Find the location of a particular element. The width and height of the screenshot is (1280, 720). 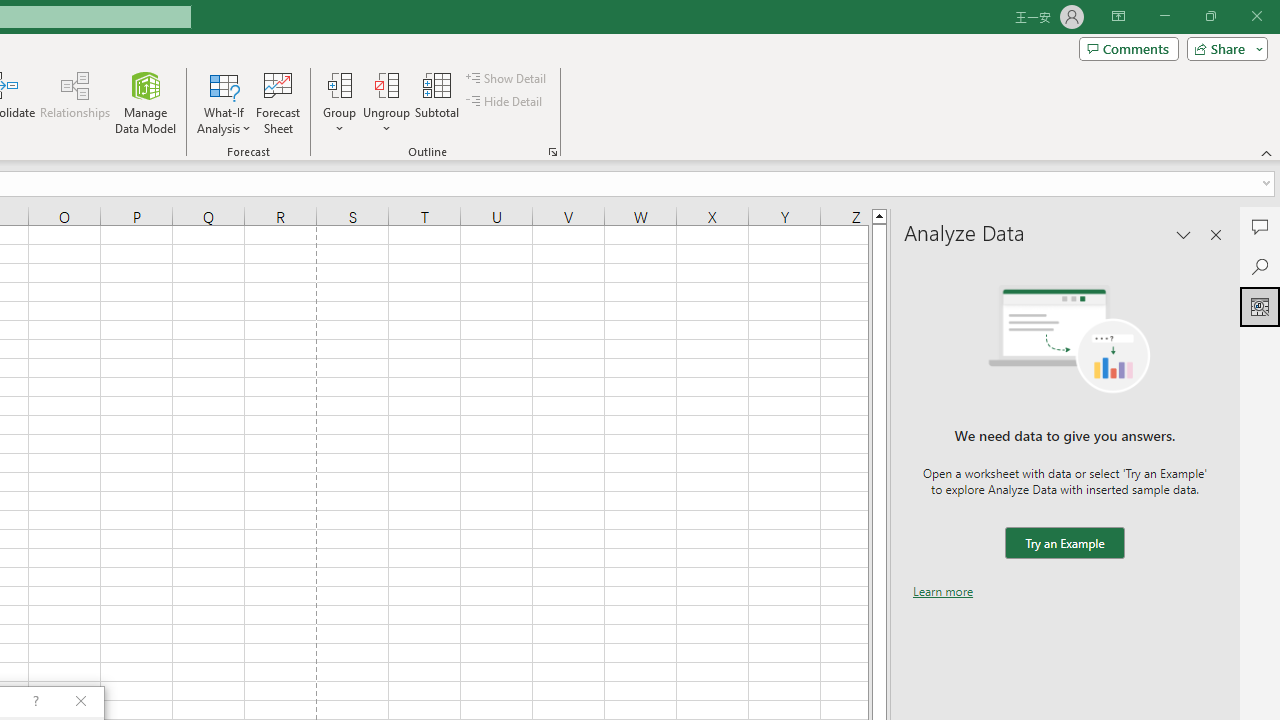

'What-If Analysis' is located at coordinates (224, 103).